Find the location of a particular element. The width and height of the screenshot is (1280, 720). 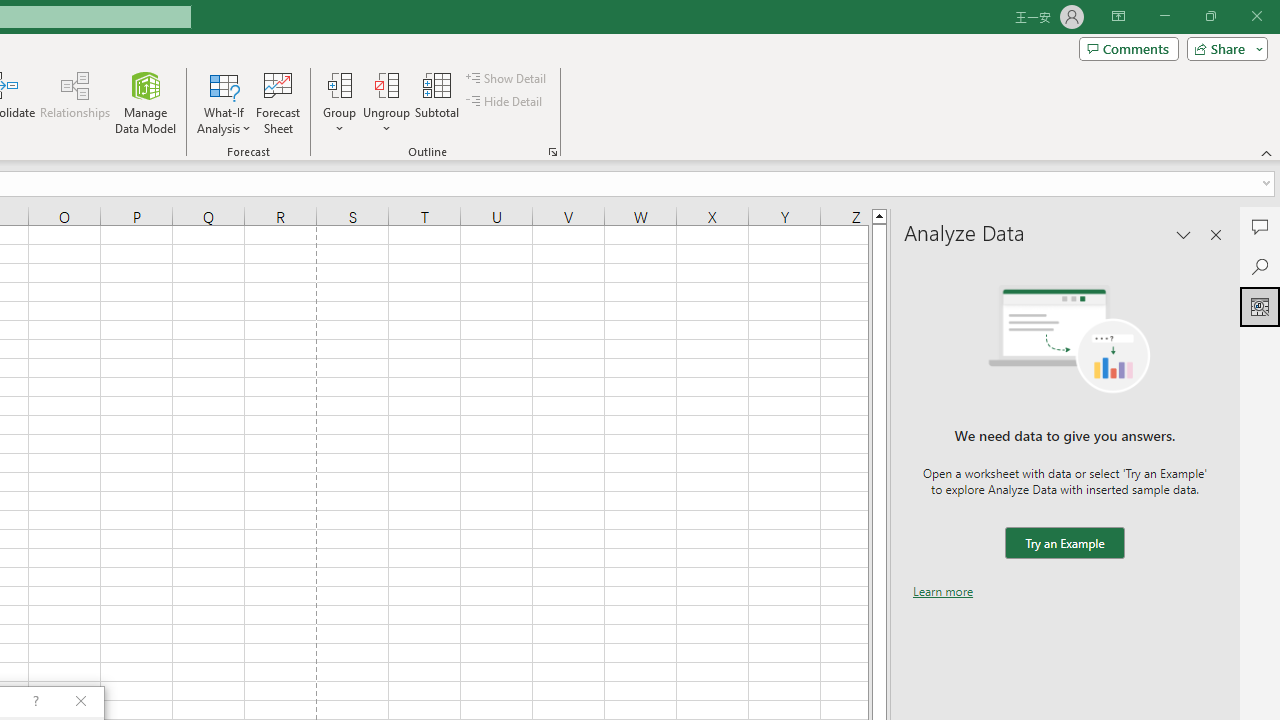

'What-If Analysis' is located at coordinates (224, 103).